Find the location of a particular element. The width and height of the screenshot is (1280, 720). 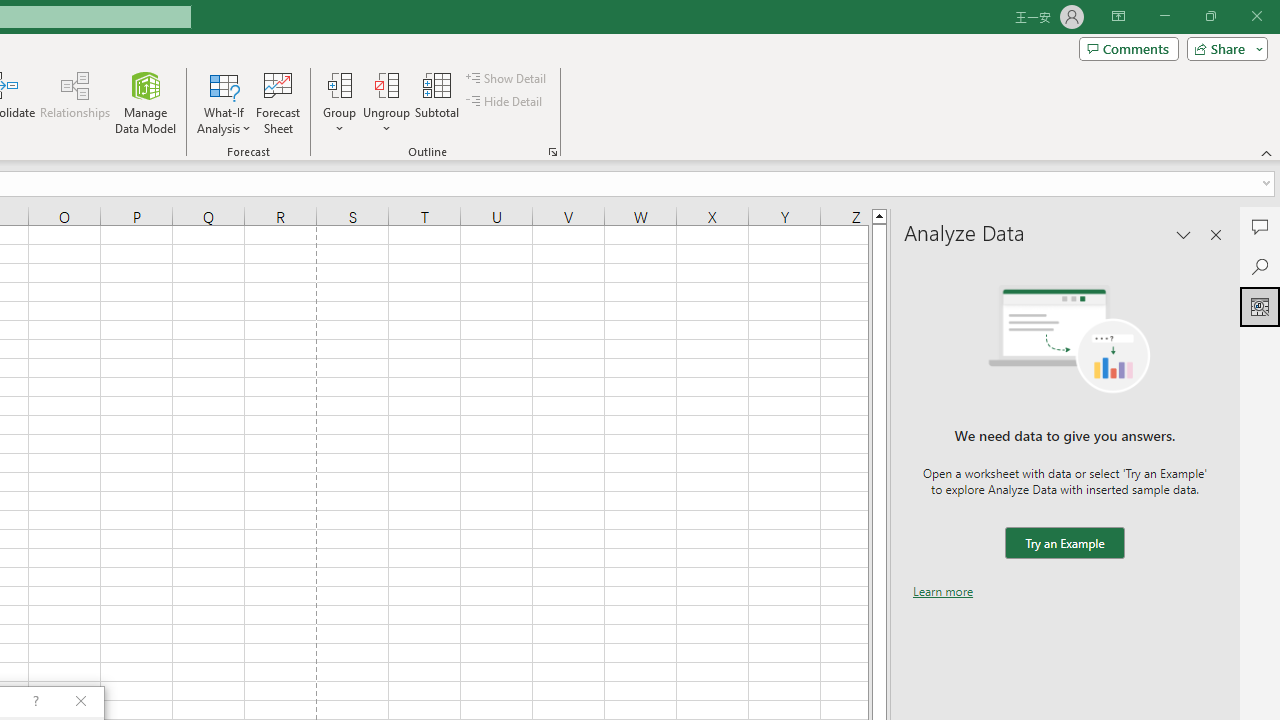

'What-If Analysis' is located at coordinates (224, 103).